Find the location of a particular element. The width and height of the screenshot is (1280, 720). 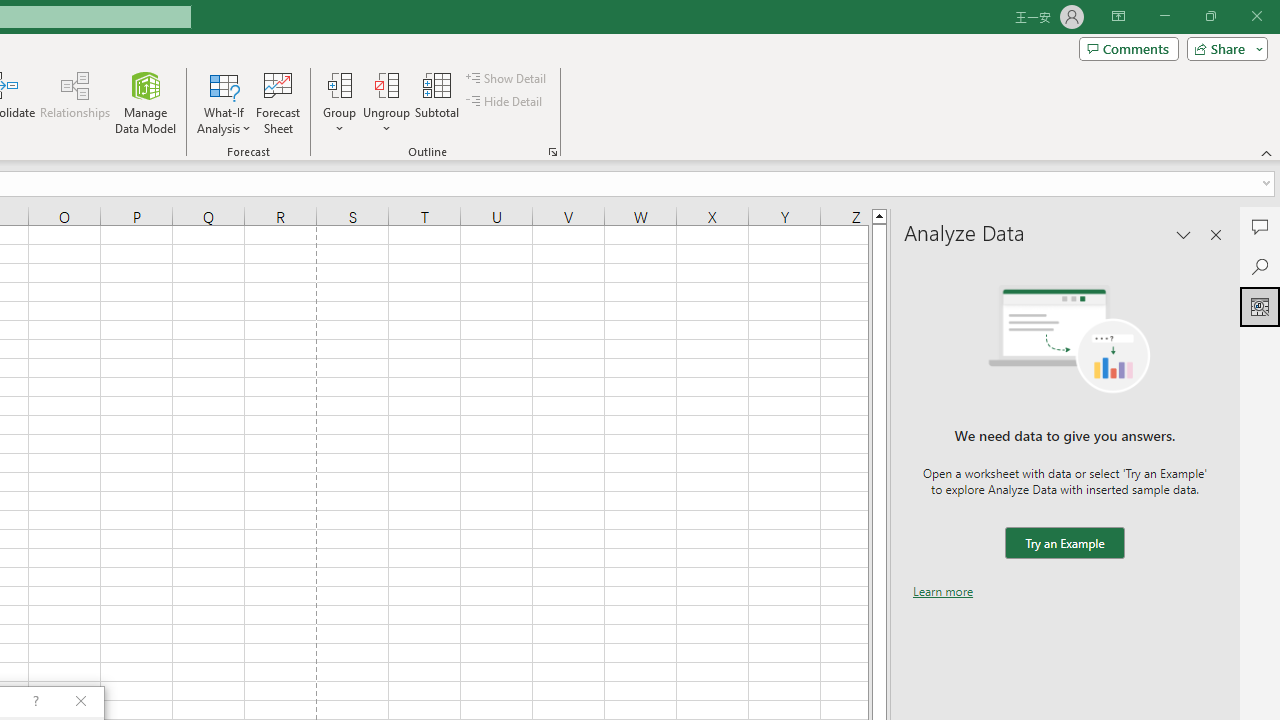

'What-If Analysis' is located at coordinates (224, 103).